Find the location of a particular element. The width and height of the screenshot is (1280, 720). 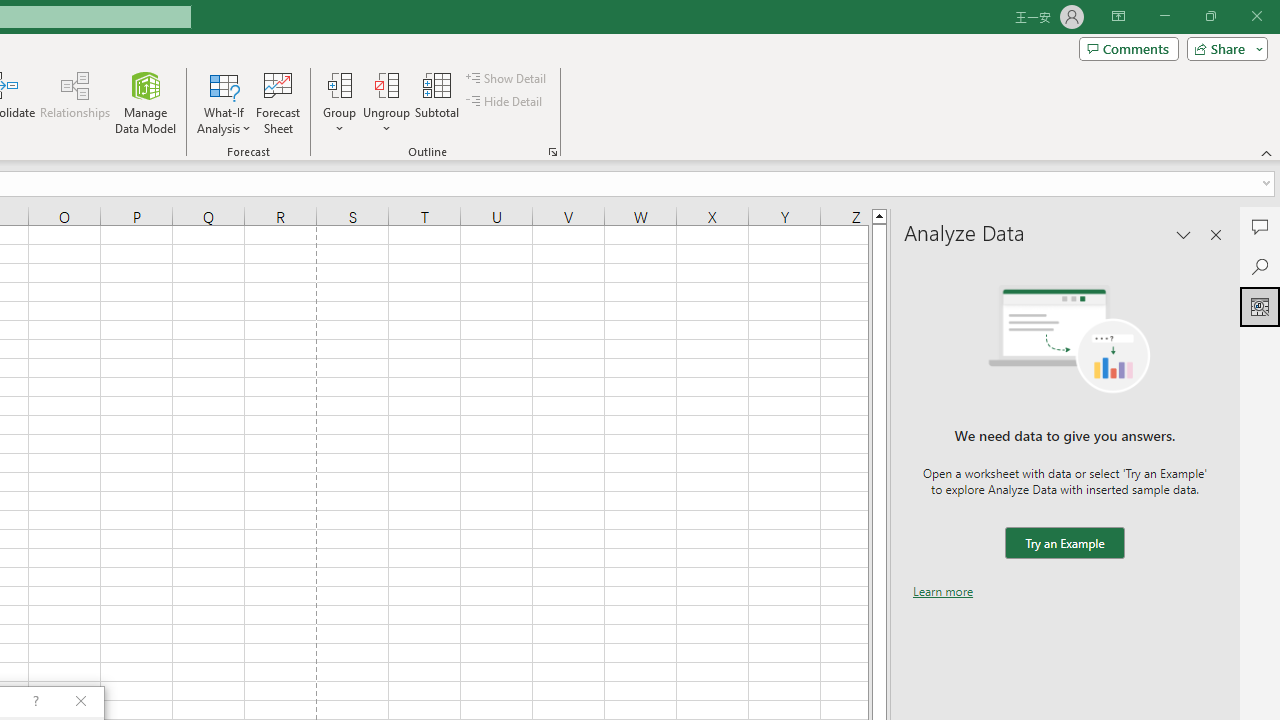

'What-If Analysis' is located at coordinates (224, 103).